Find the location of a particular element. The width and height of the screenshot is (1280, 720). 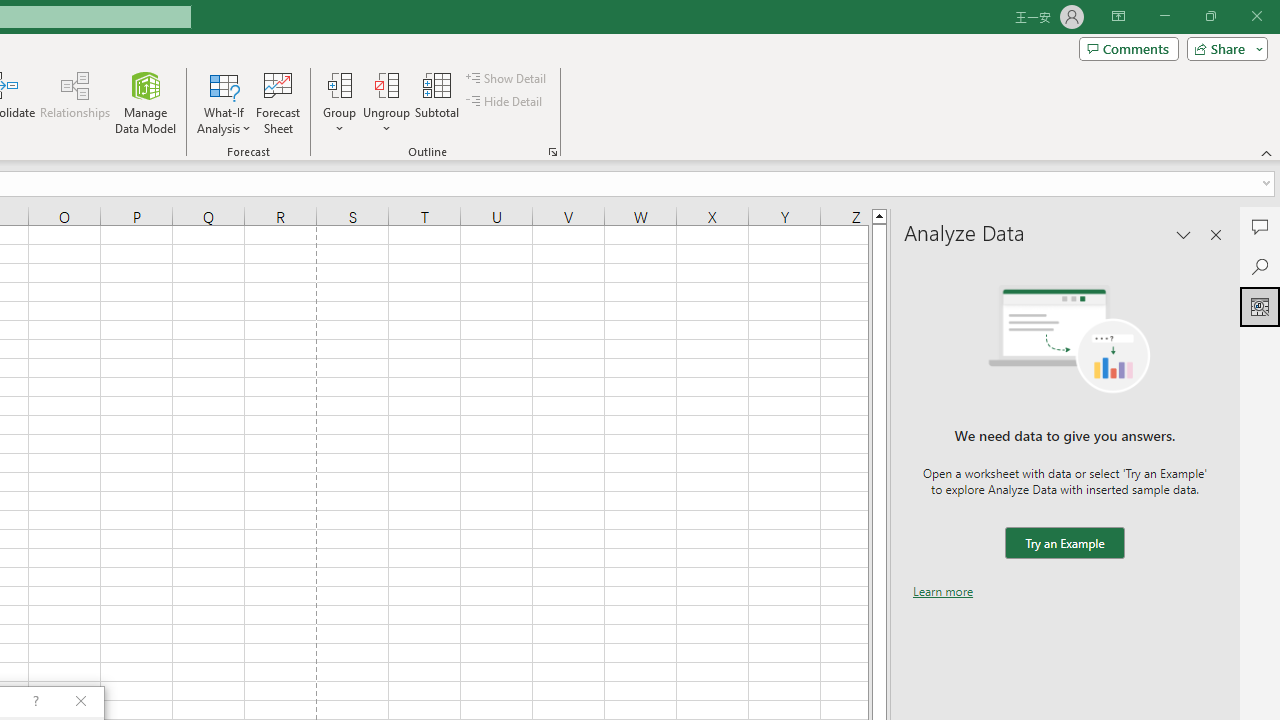

'What-If Analysis' is located at coordinates (224, 103).